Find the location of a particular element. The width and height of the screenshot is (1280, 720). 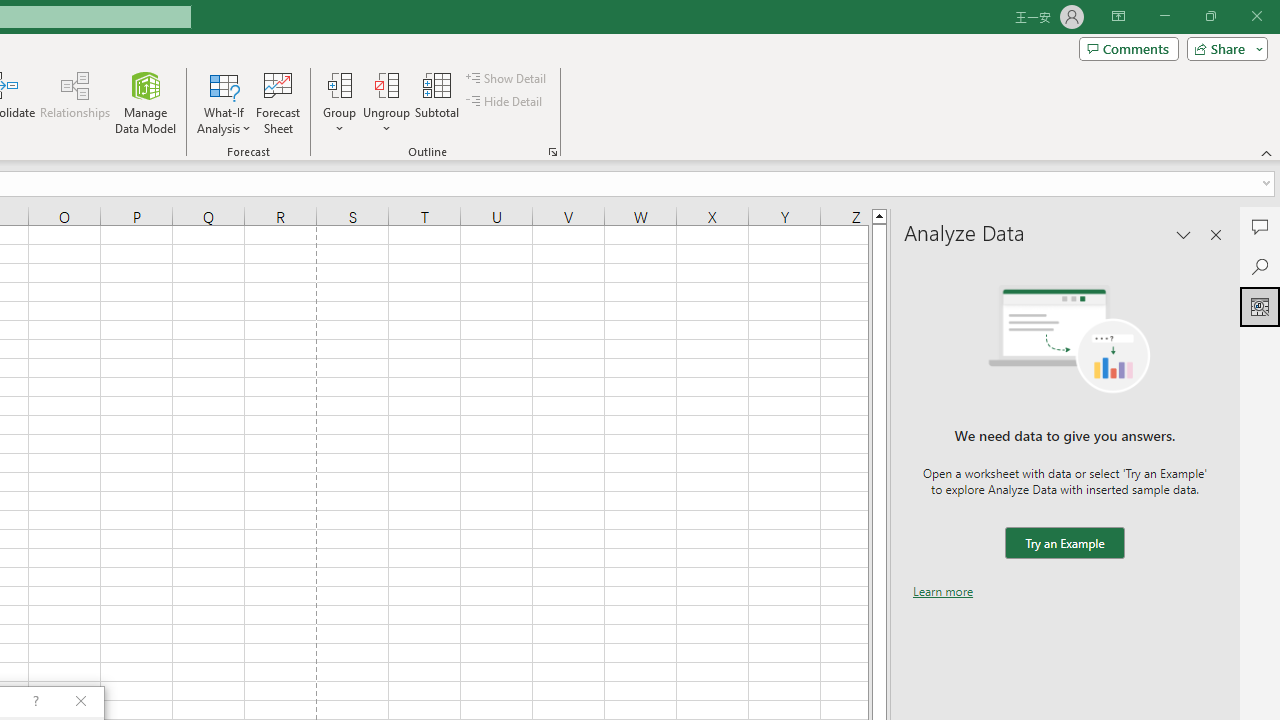

'What-If Analysis' is located at coordinates (224, 103).